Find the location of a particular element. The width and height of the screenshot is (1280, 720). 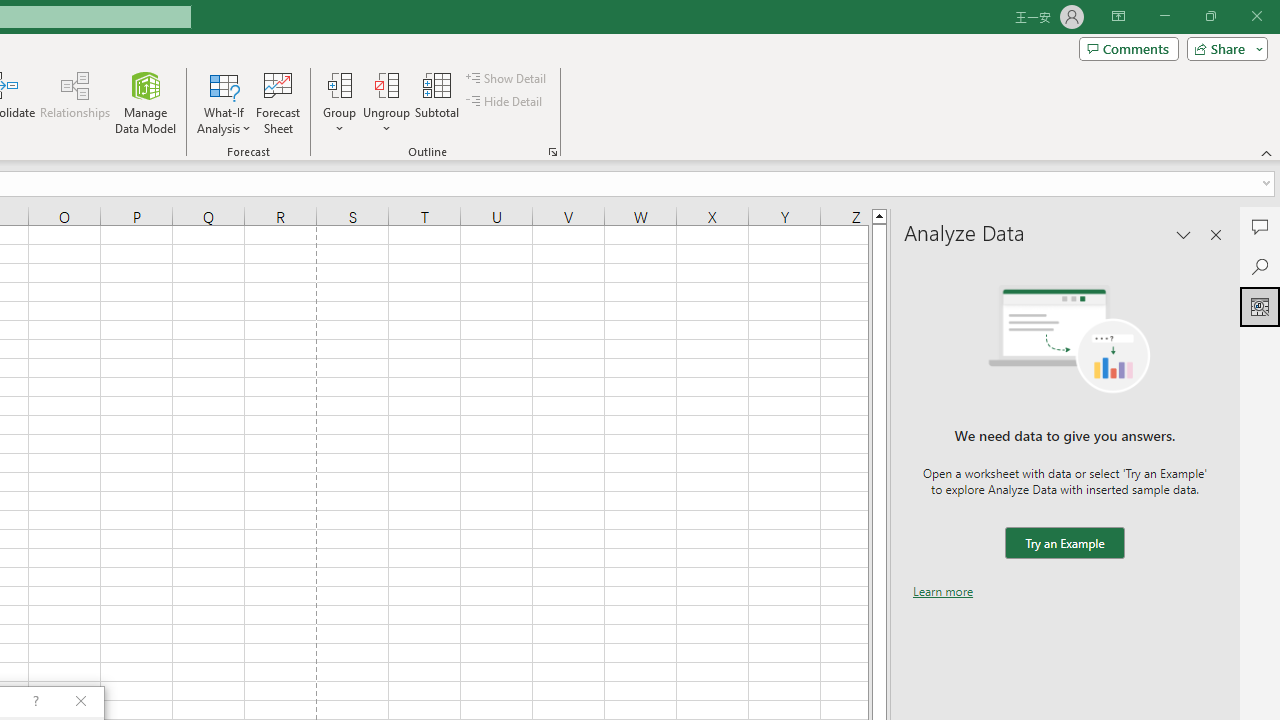

'What-If Analysis' is located at coordinates (224, 103).